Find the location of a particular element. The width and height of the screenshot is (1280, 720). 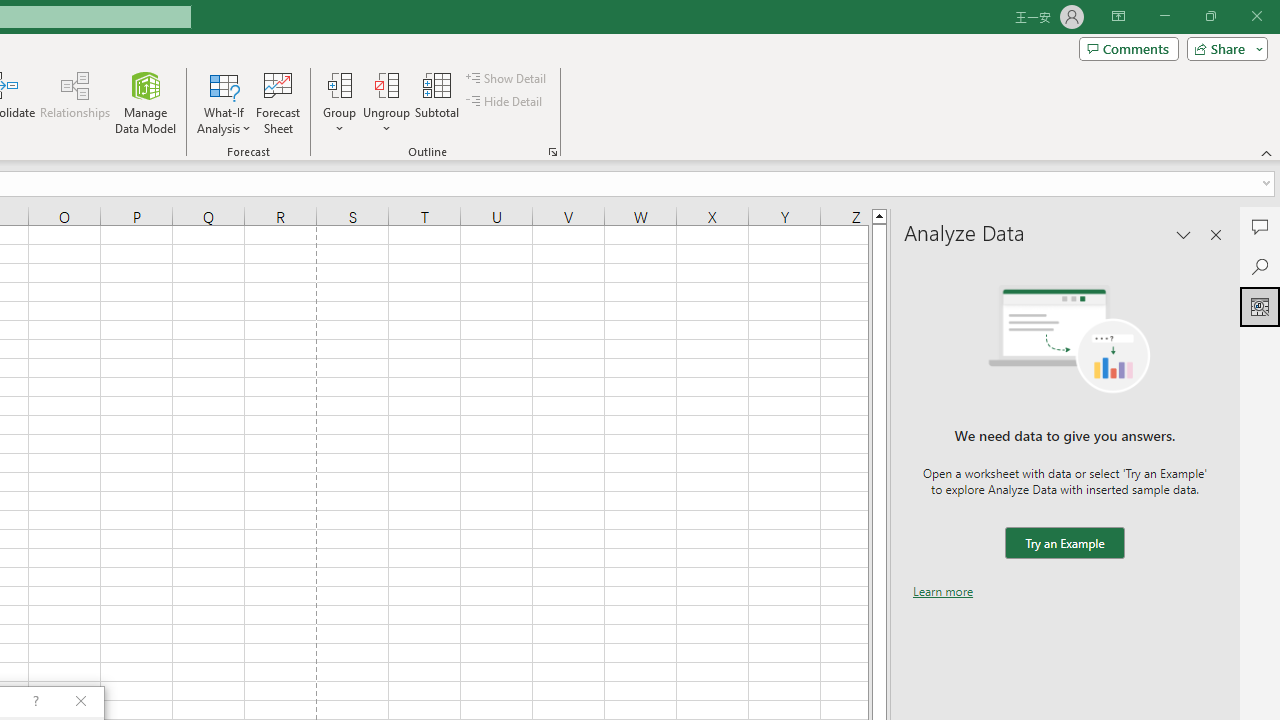

'What-If Analysis' is located at coordinates (224, 103).